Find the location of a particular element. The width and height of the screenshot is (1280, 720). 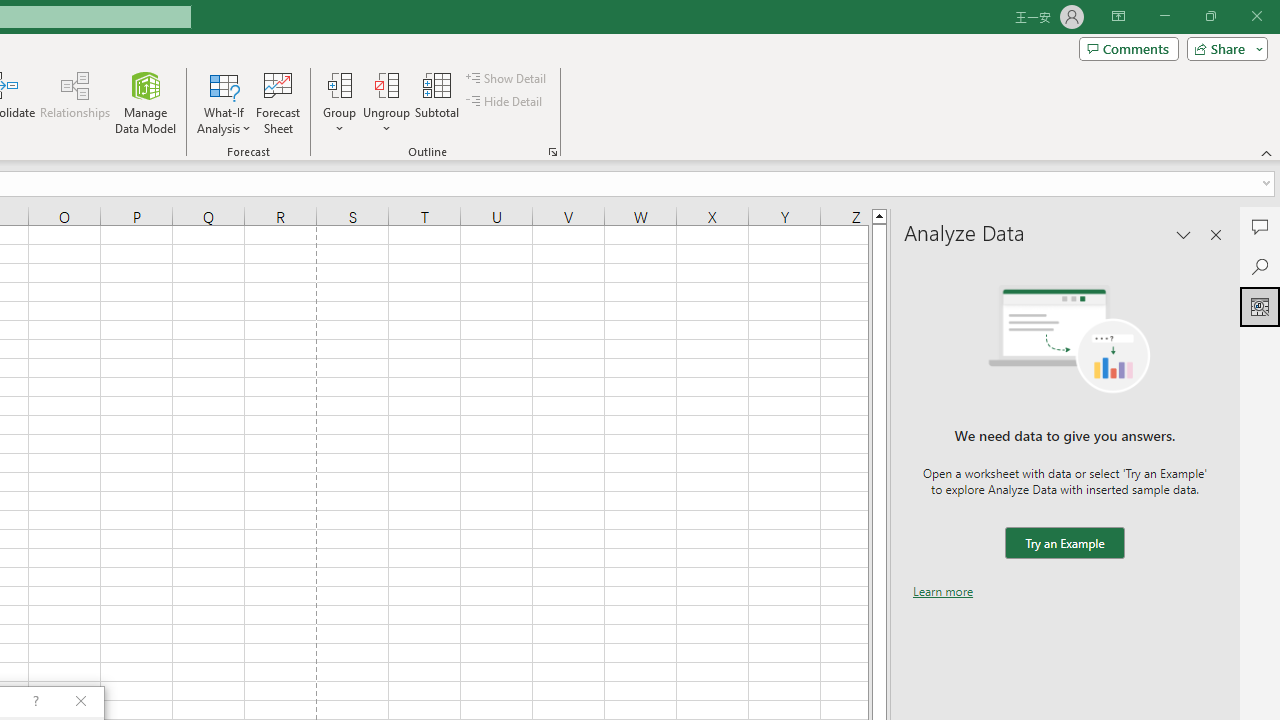

'What-If Analysis' is located at coordinates (224, 103).